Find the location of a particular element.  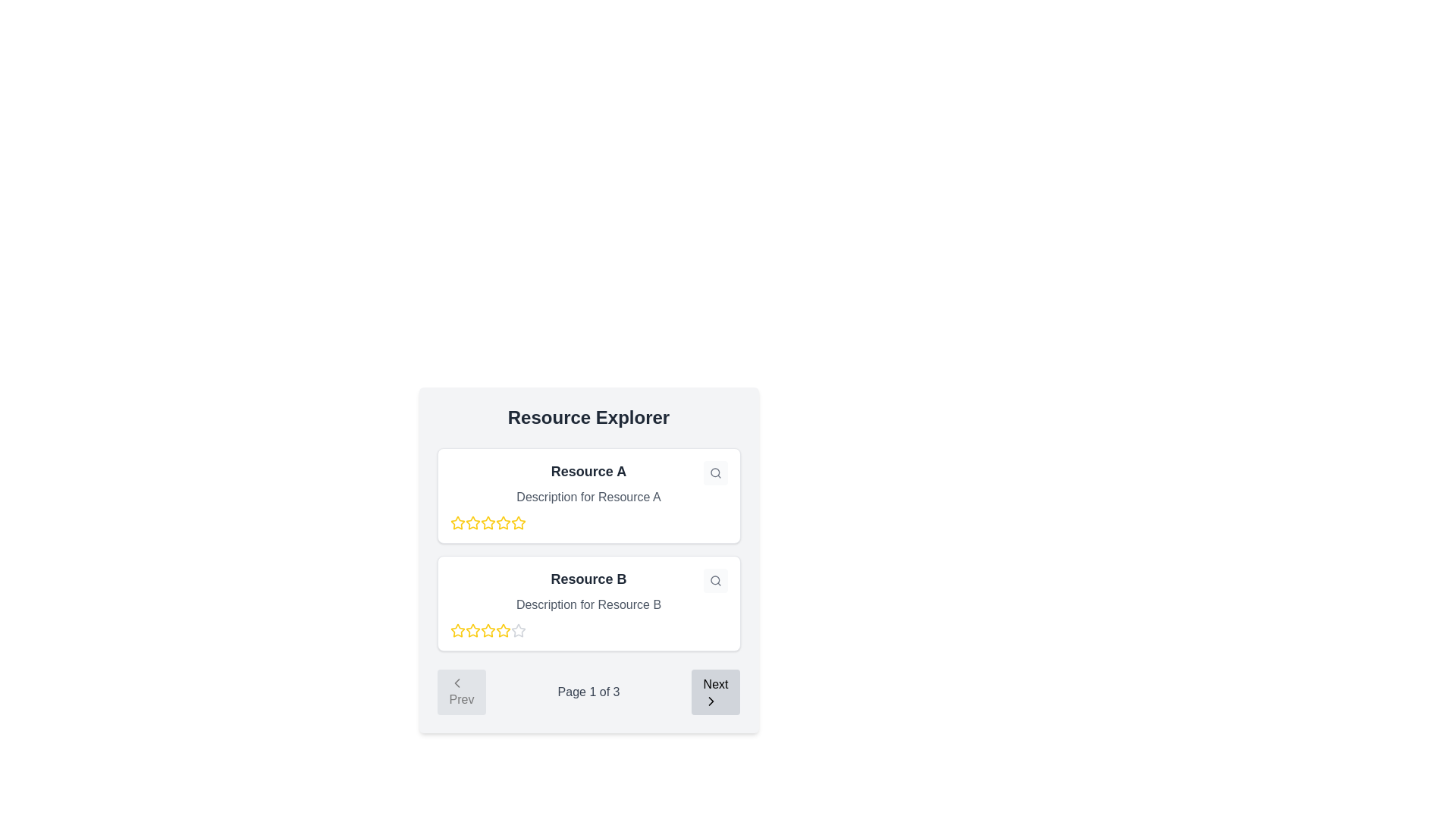

the last (fifth) gray star icon in the unselected state below the 'Resource B' title is located at coordinates (518, 631).